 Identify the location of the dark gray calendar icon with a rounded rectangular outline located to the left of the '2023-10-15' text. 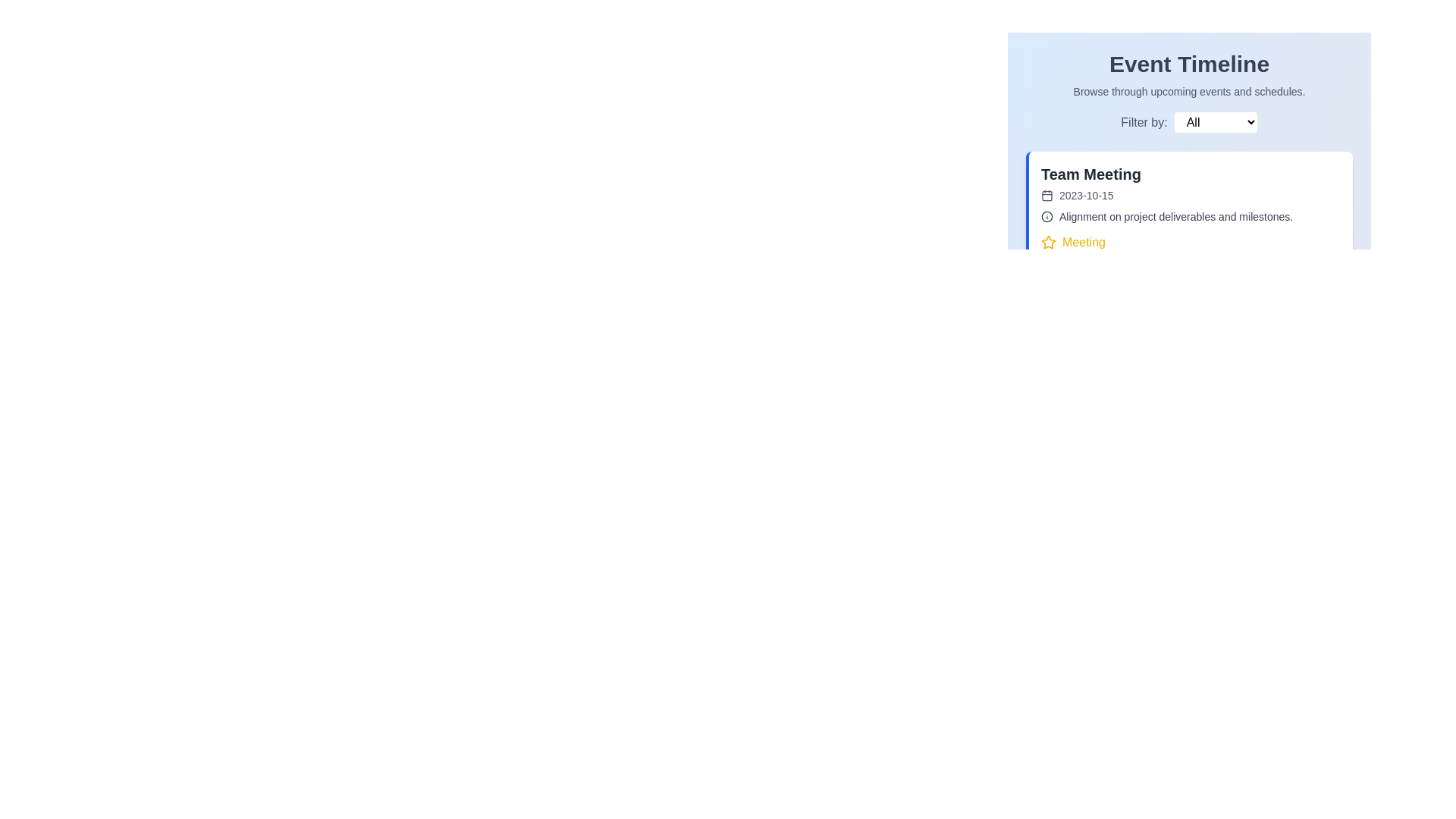
(1046, 195).